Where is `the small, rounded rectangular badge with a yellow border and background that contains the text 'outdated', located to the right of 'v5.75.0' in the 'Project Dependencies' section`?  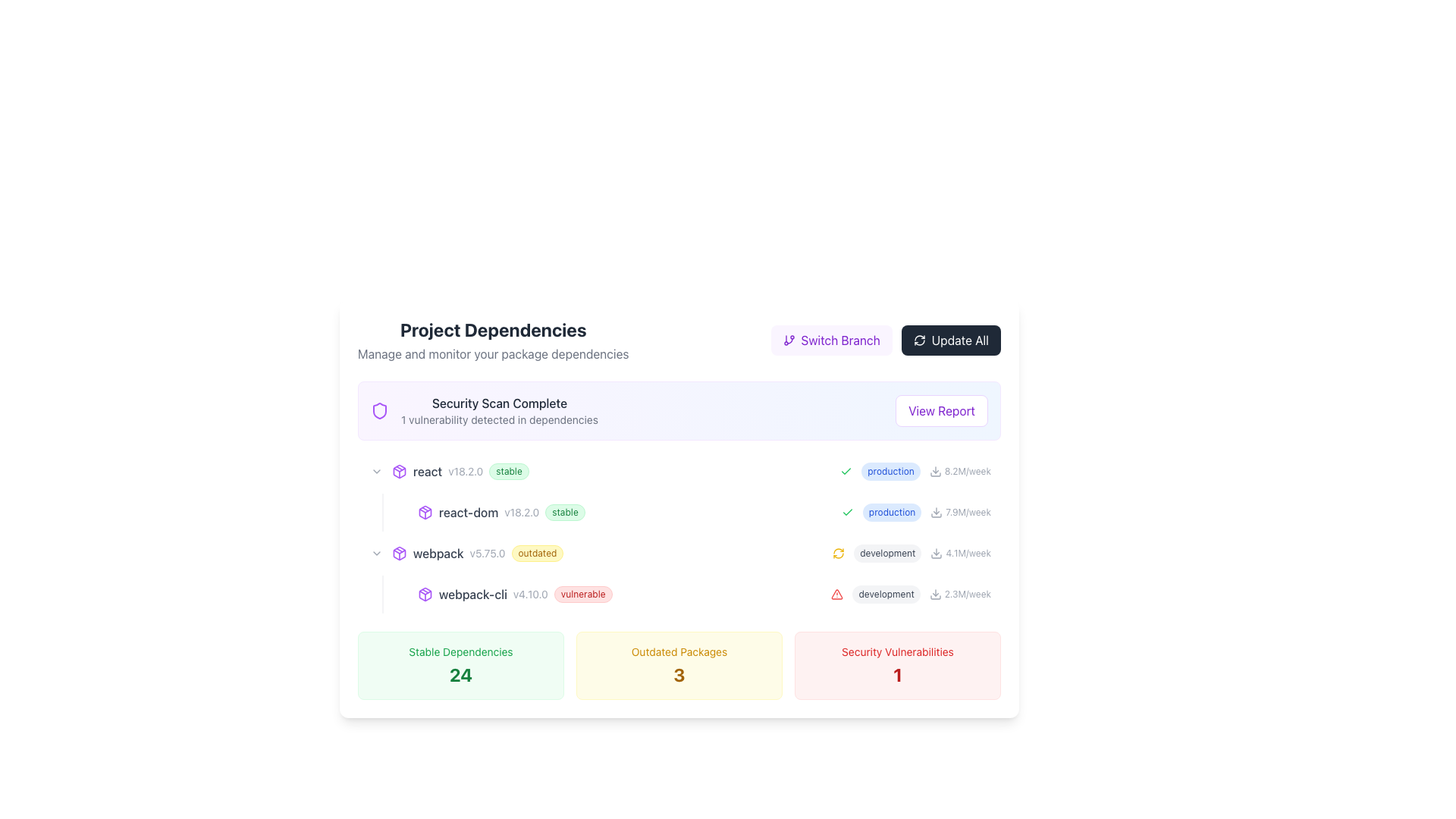 the small, rounded rectangular badge with a yellow border and background that contains the text 'outdated', located to the right of 'v5.75.0' in the 'Project Dependencies' section is located at coordinates (537, 553).